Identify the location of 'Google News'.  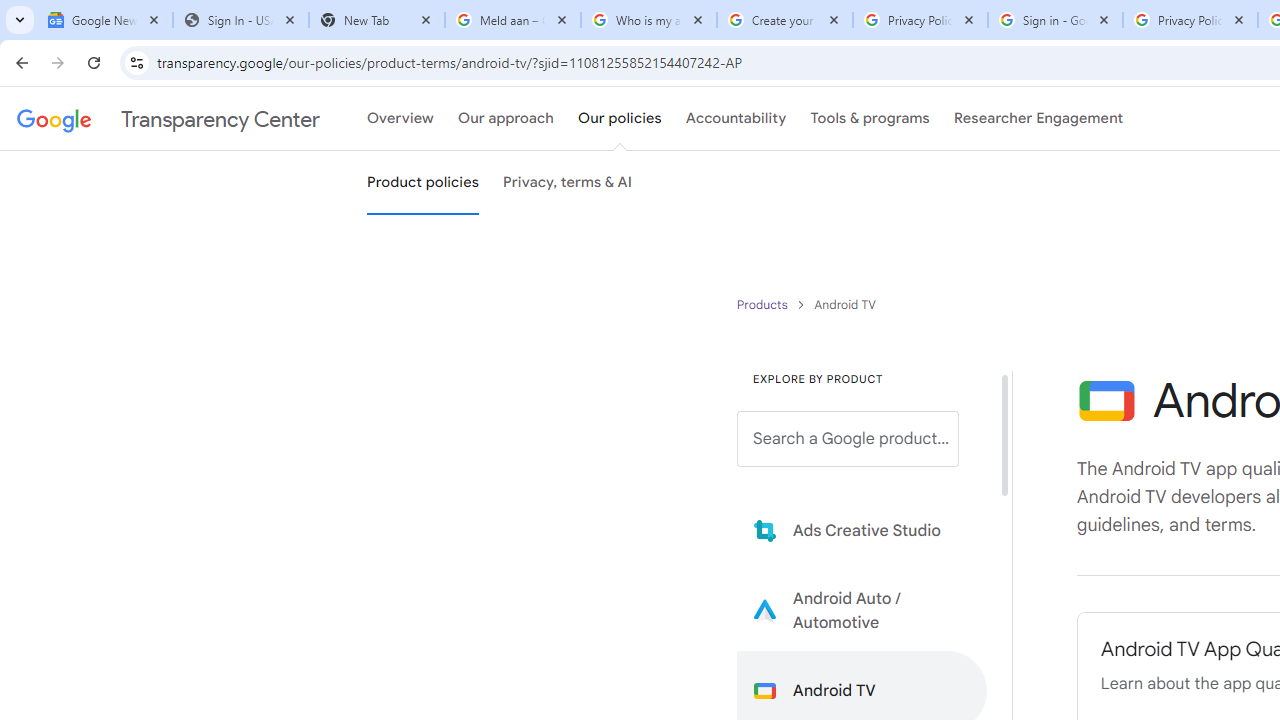
(103, 20).